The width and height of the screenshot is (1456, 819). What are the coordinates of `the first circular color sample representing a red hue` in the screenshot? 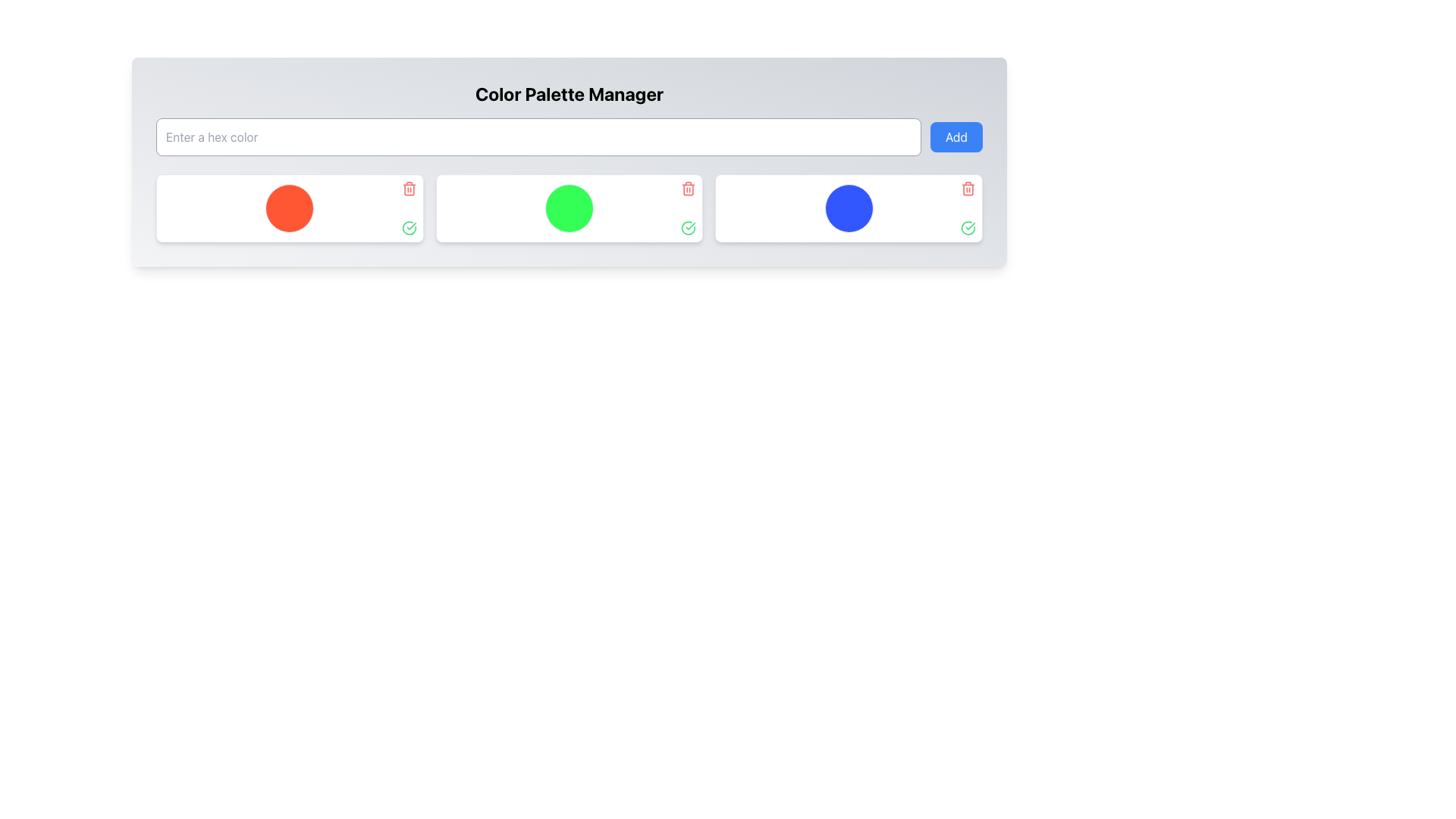 It's located at (290, 208).